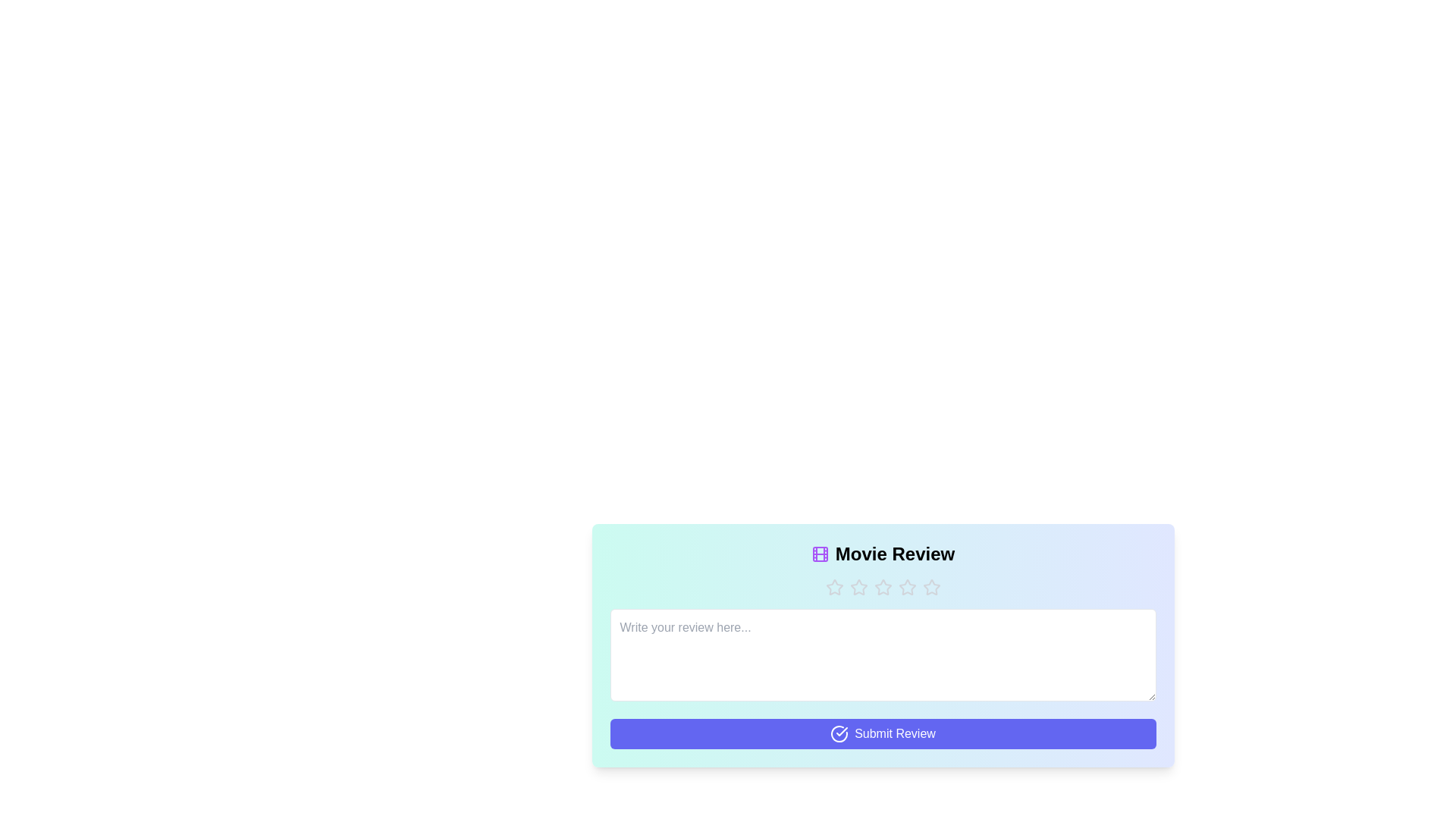  Describe the element at coordinates (833, 587) in the screenshot. I see `the button with text 'Star 1' to observe its hover effect` at that location.